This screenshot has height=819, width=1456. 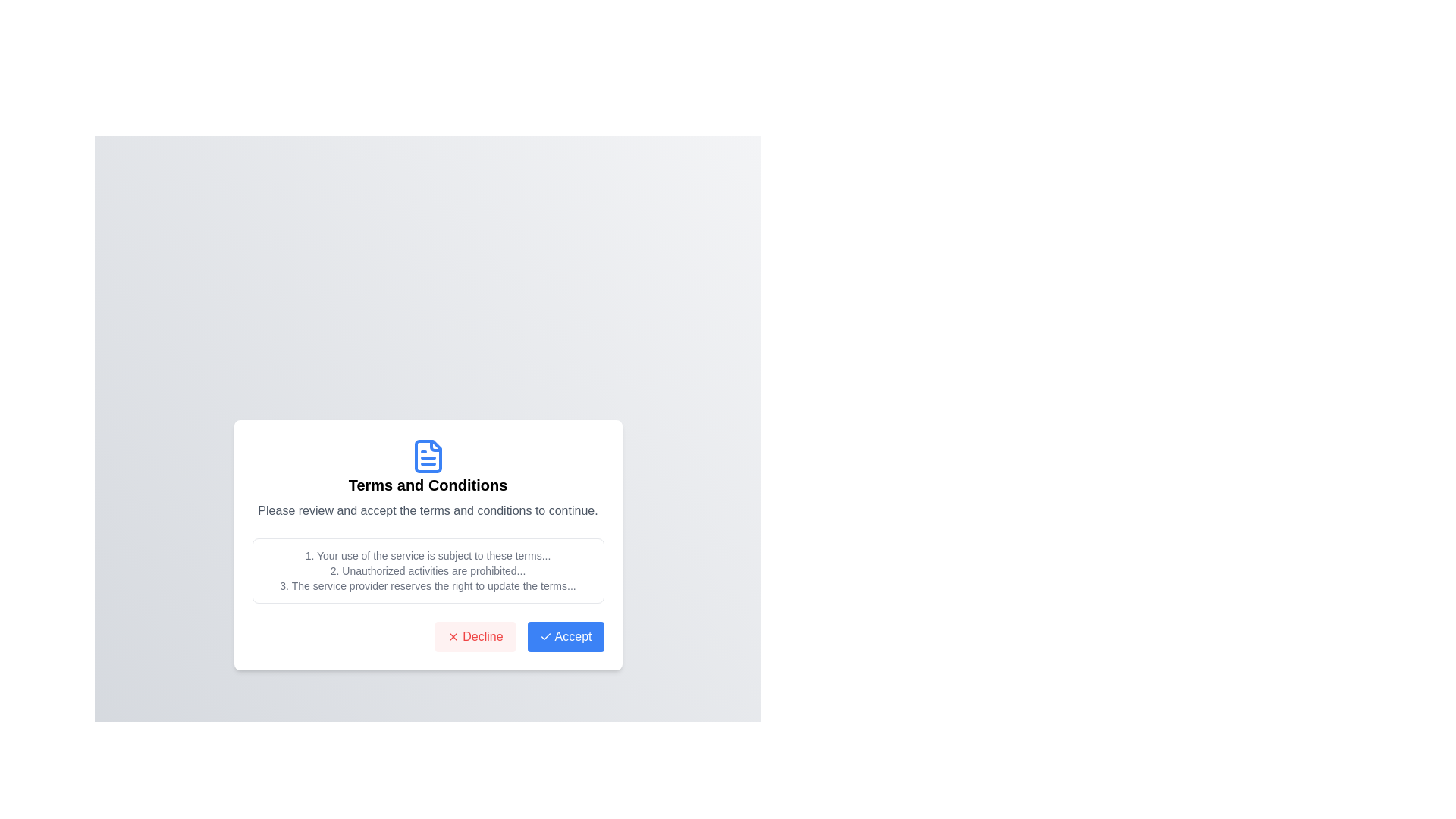 What do you see at coordinates (427, 455) in the screenshot?
I see `the Decorative icon resembling a file with textual lines, which is located prominently above the 'Terms and Conditions' text` at bounding box center [427, 455].